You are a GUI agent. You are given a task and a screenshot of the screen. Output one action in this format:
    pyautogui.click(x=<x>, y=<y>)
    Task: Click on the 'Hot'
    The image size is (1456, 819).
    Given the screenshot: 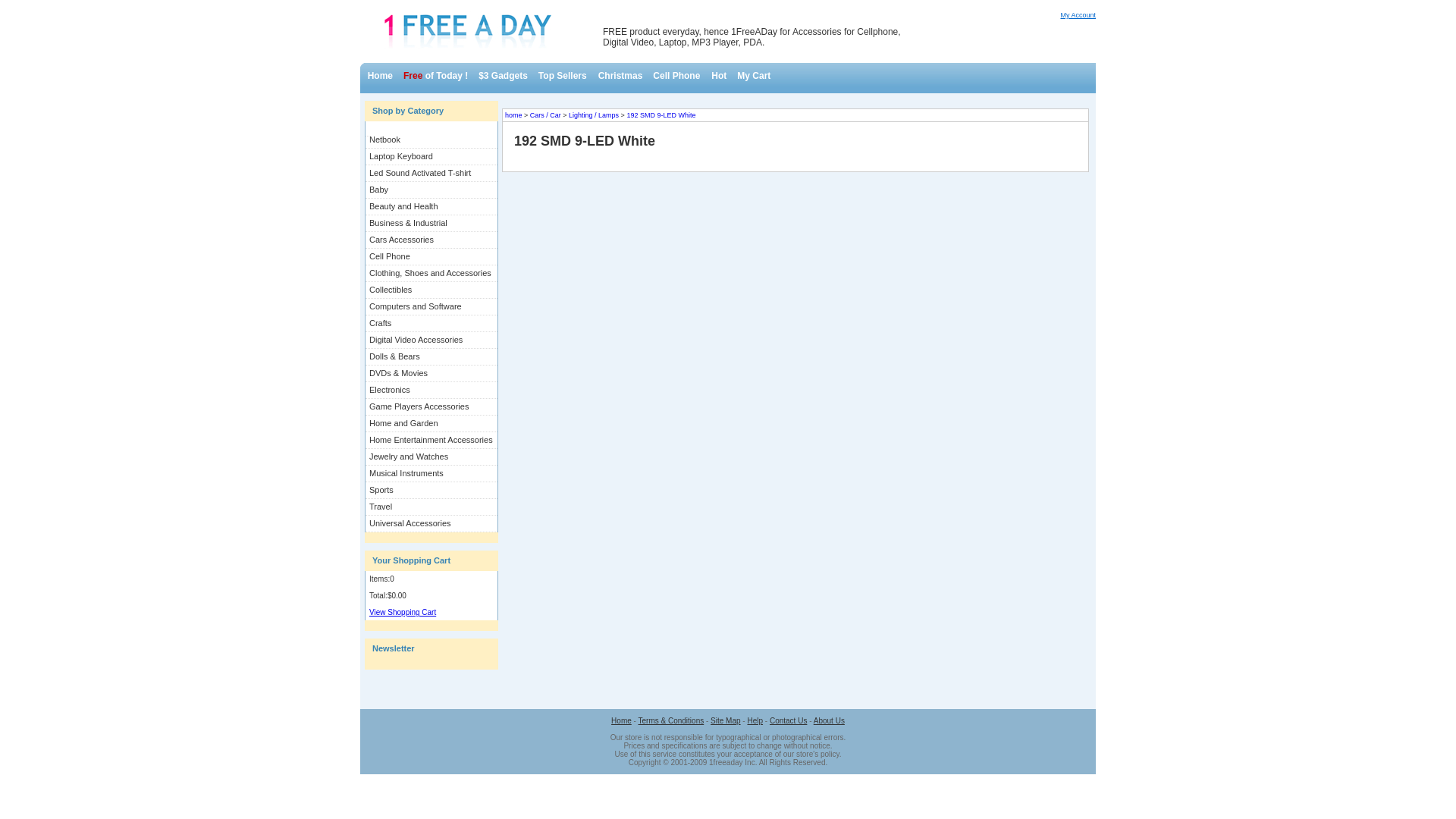 What is the action you would take?
    pyautogui.click(x=717, y=76)
    